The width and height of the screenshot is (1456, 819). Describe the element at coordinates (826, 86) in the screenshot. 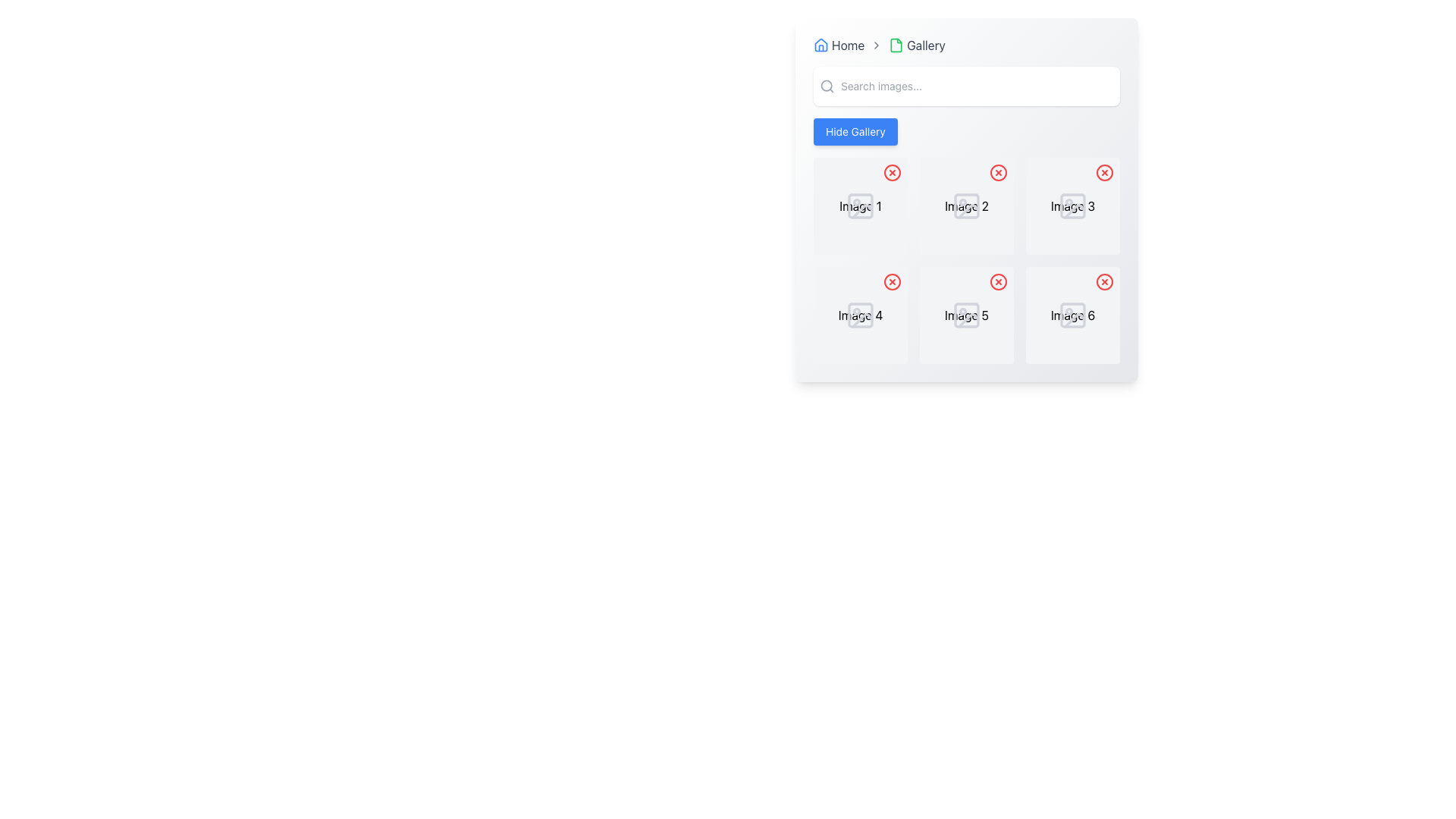

I see `the search icon, which is a circular magnifying glass with a thin gray outline, located at the leftmost side of the header section, adjacent to the 'Search images...' text input` at that location.